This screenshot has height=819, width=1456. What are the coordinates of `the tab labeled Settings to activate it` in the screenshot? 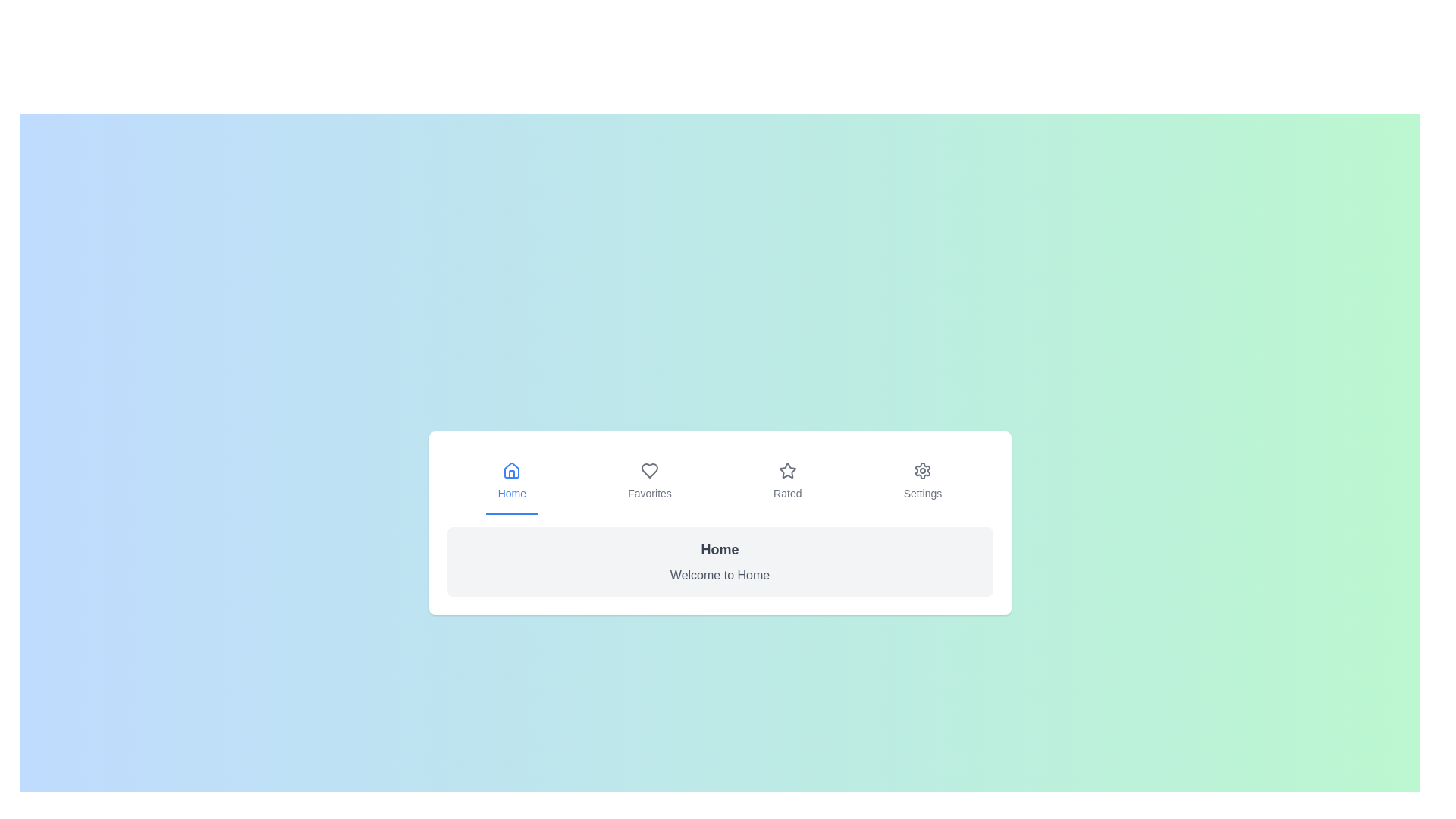 It's located at (922, 482).